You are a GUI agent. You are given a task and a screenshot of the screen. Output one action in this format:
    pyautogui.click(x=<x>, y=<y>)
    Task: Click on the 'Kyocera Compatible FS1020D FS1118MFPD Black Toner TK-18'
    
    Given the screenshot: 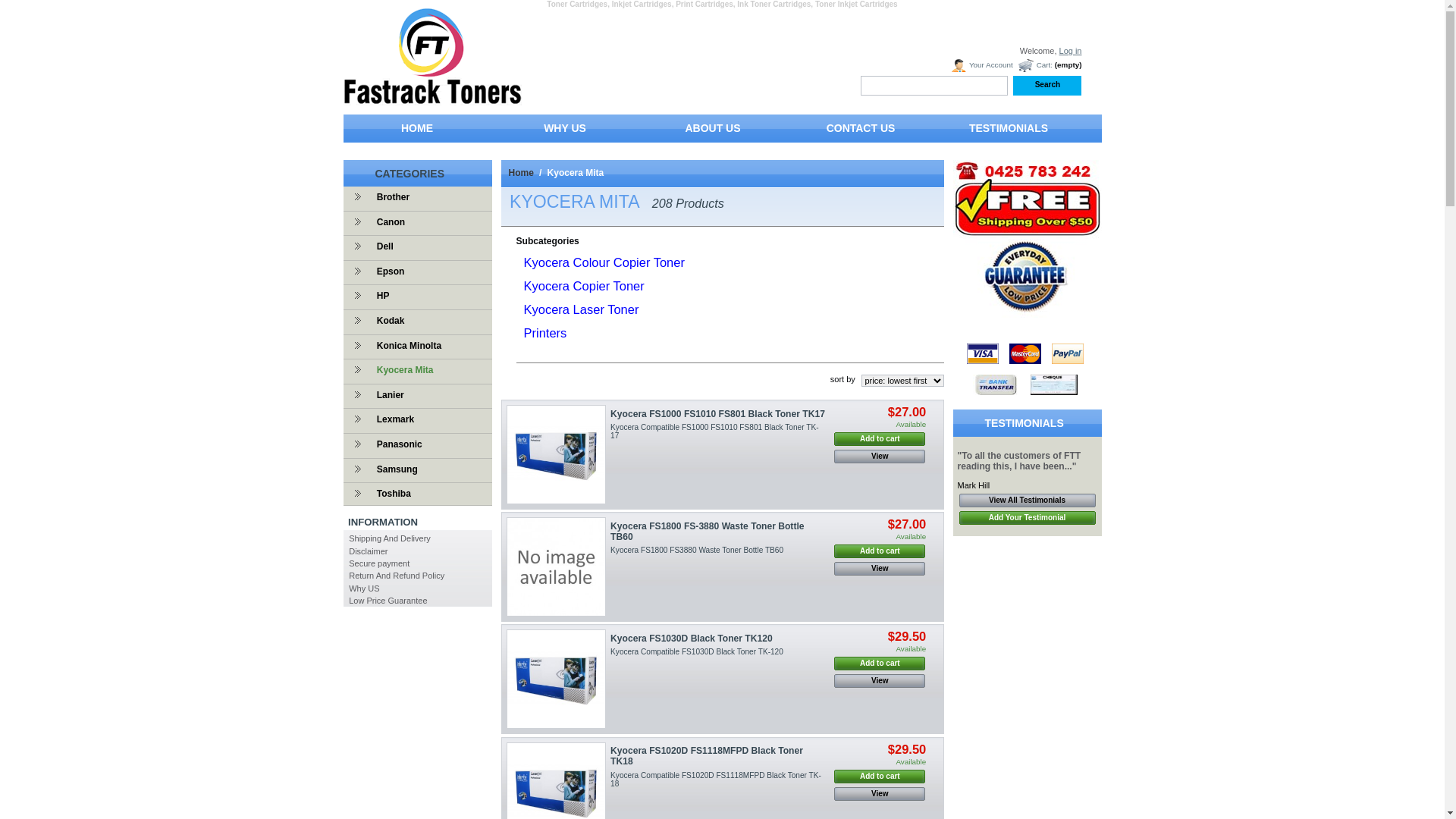 What is the action you would take?
    pyautogui.click(x=715, y=778)
    